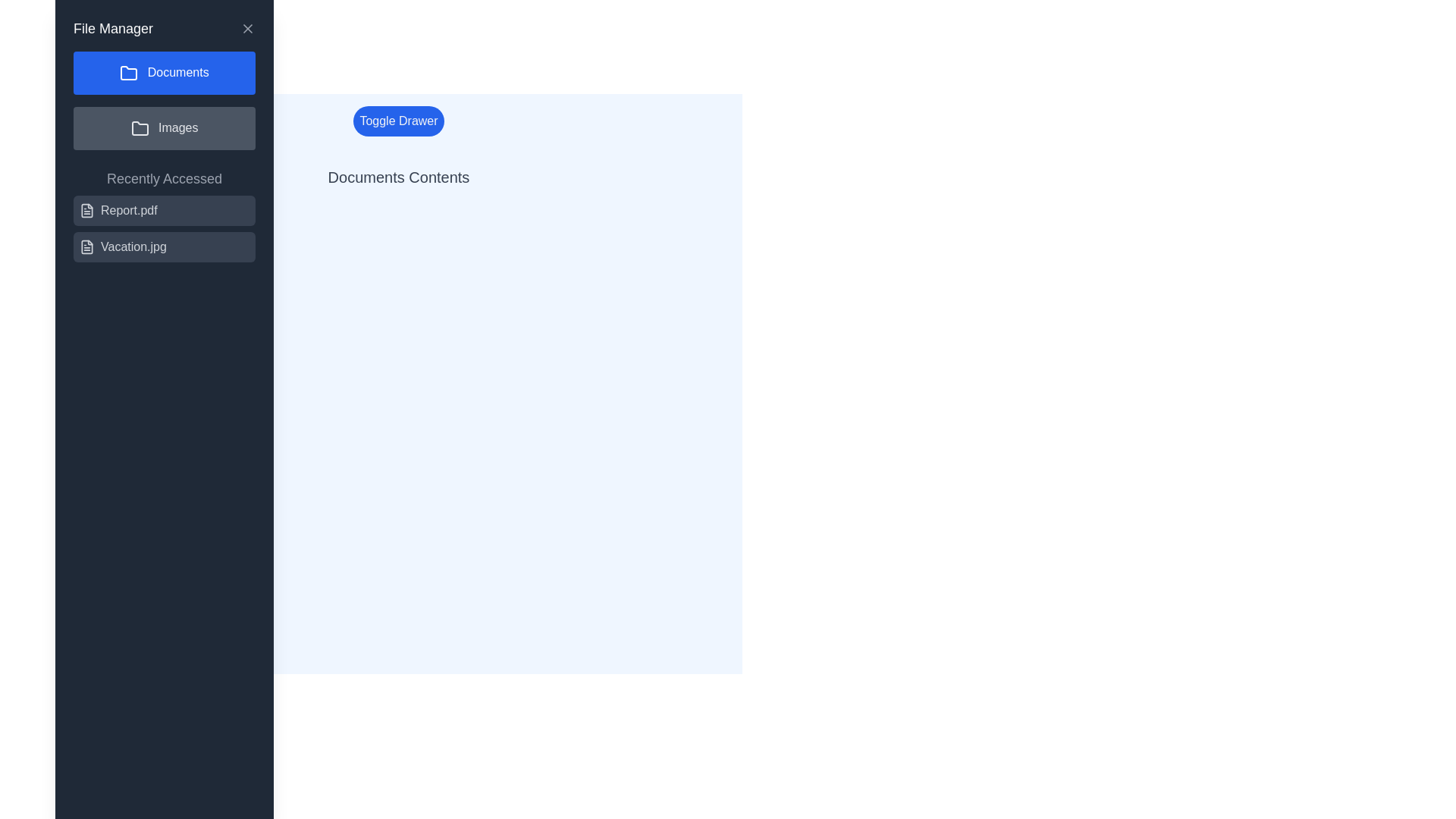  What do you see at coordinates (399, 177) in the screenshot?
I see `the 'Documents Contents' label, which introduces or categorizes a section and is positioned to the right of the 'Recently Accessed' label` at bounding box center [399, 177].